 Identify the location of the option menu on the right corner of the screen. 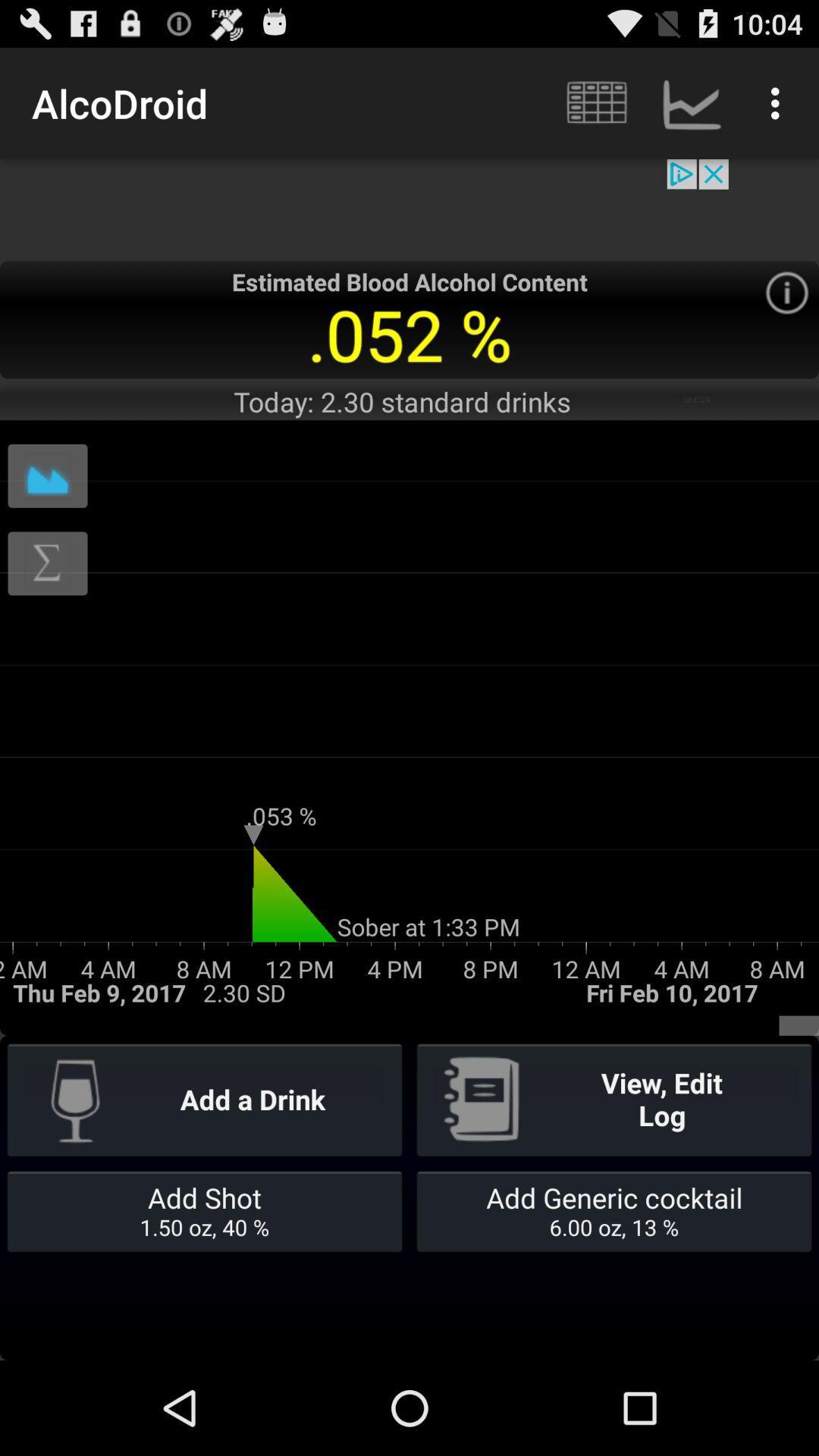
(779, 103).